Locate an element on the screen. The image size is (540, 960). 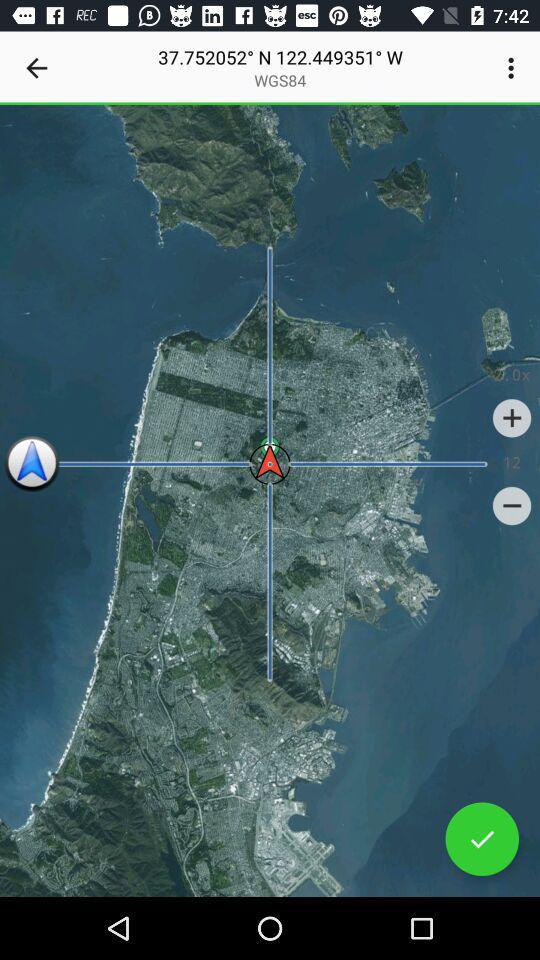
item to the left of 37 752052 n item is located at coordinates (36, 68).